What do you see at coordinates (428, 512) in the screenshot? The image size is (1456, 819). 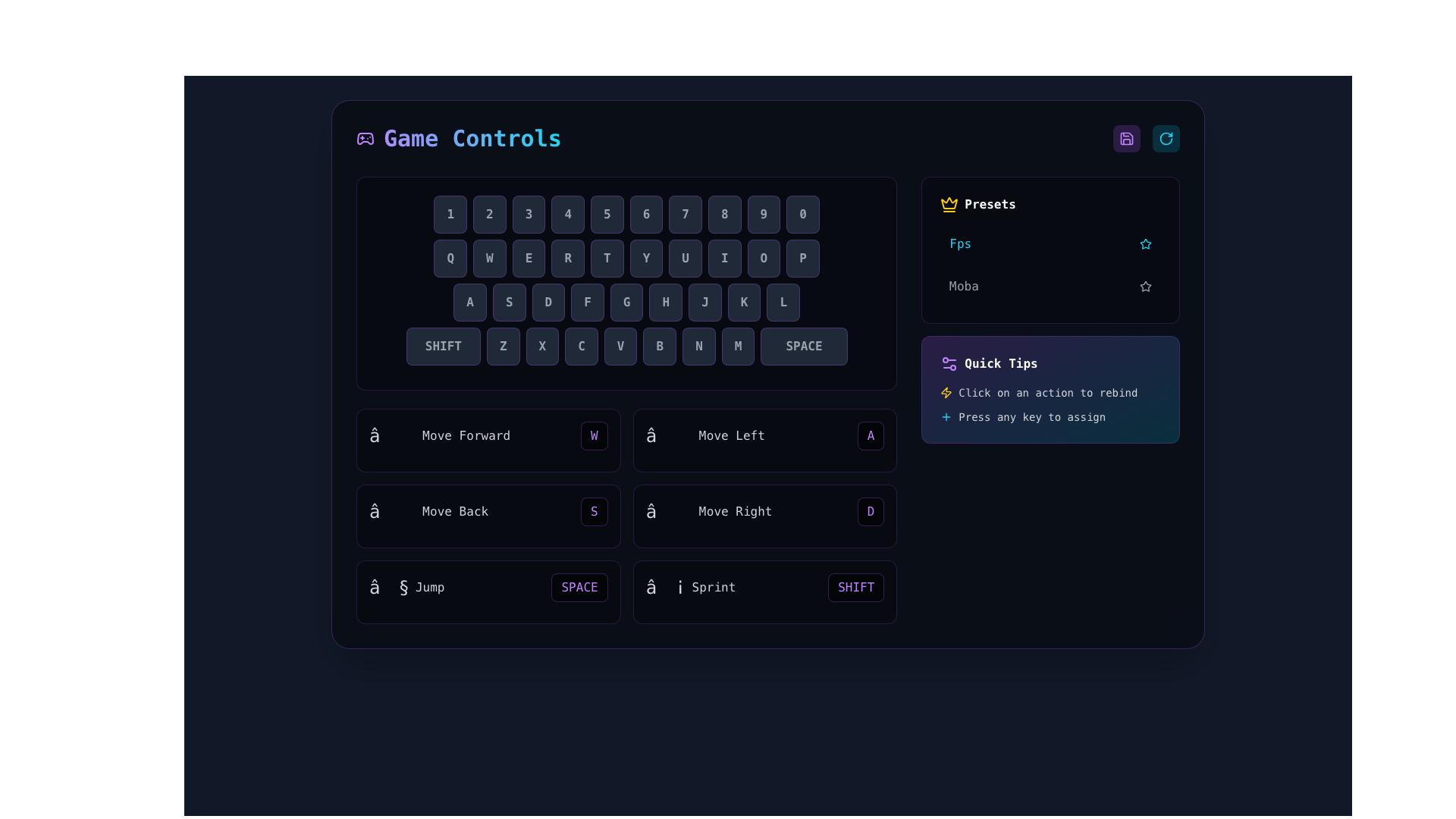 I see `the 'Move Back' label element, which displays a downward arrow symbol and is styled in gray, located in the lower-left section of the control panel` at bounding box center [428, 512].